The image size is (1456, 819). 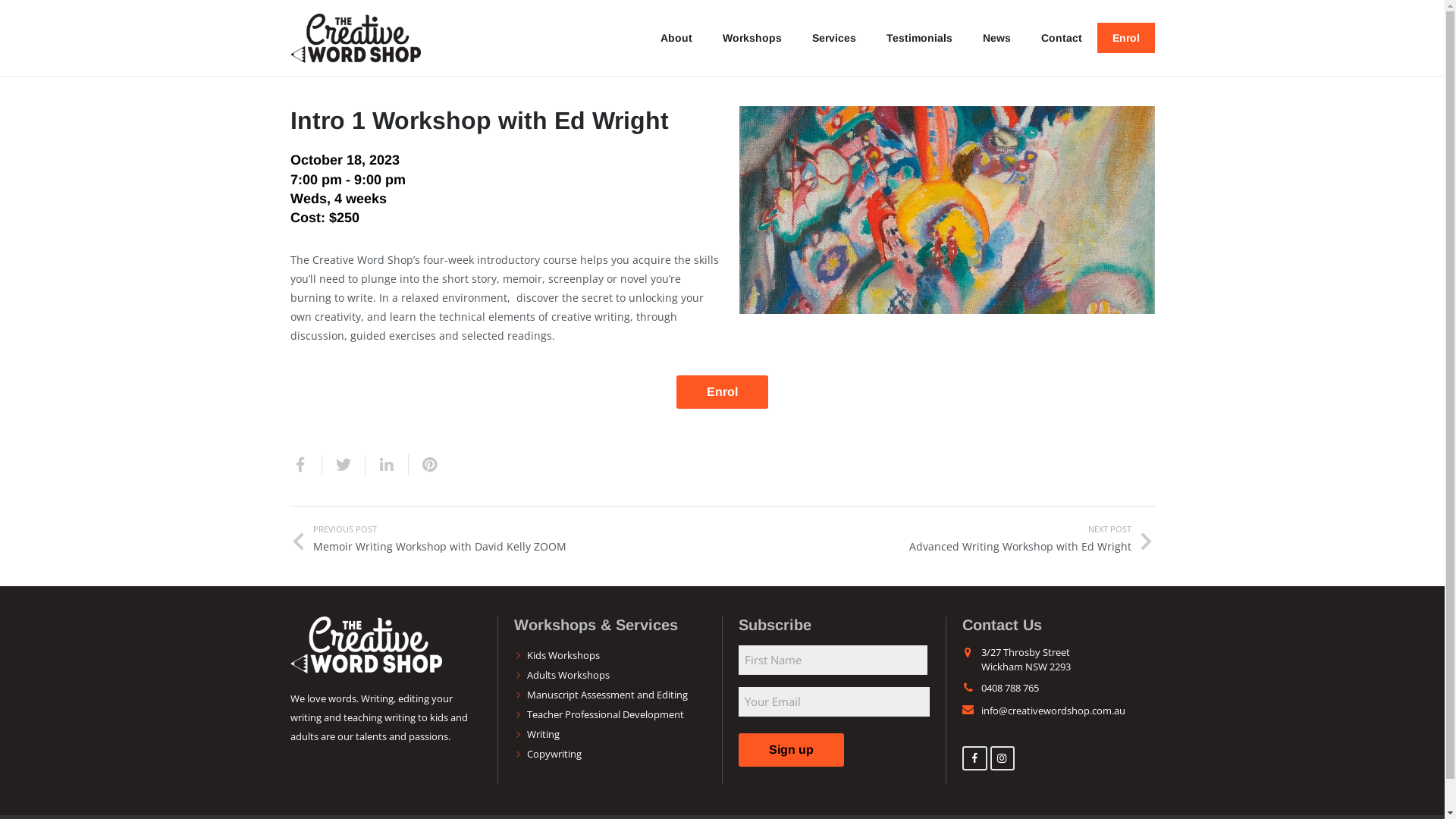 I want to click on 'NEXT POST, so click(x=937, y=538).